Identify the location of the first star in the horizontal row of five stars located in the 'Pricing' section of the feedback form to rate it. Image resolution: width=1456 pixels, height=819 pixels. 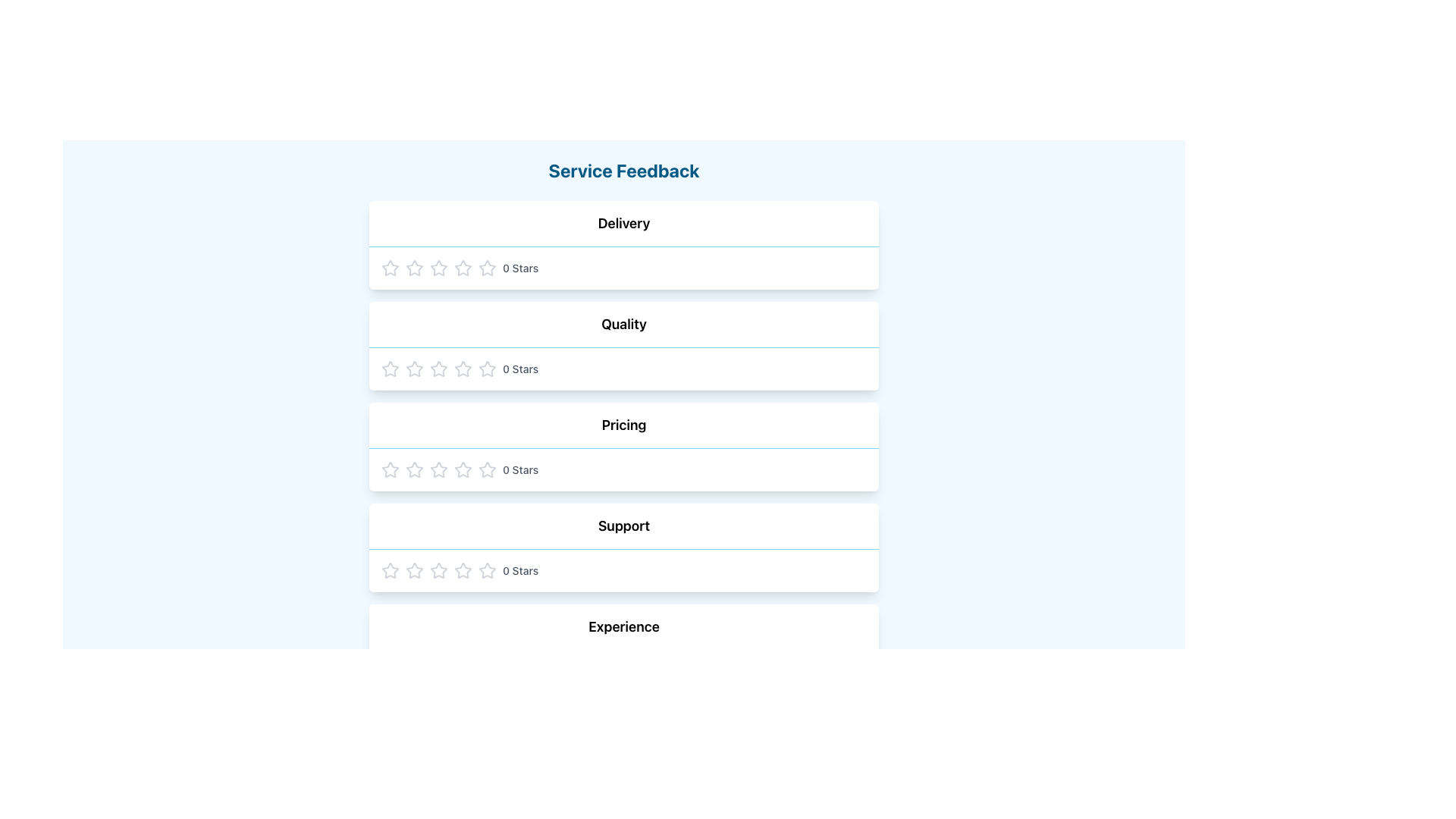
(390, 469).